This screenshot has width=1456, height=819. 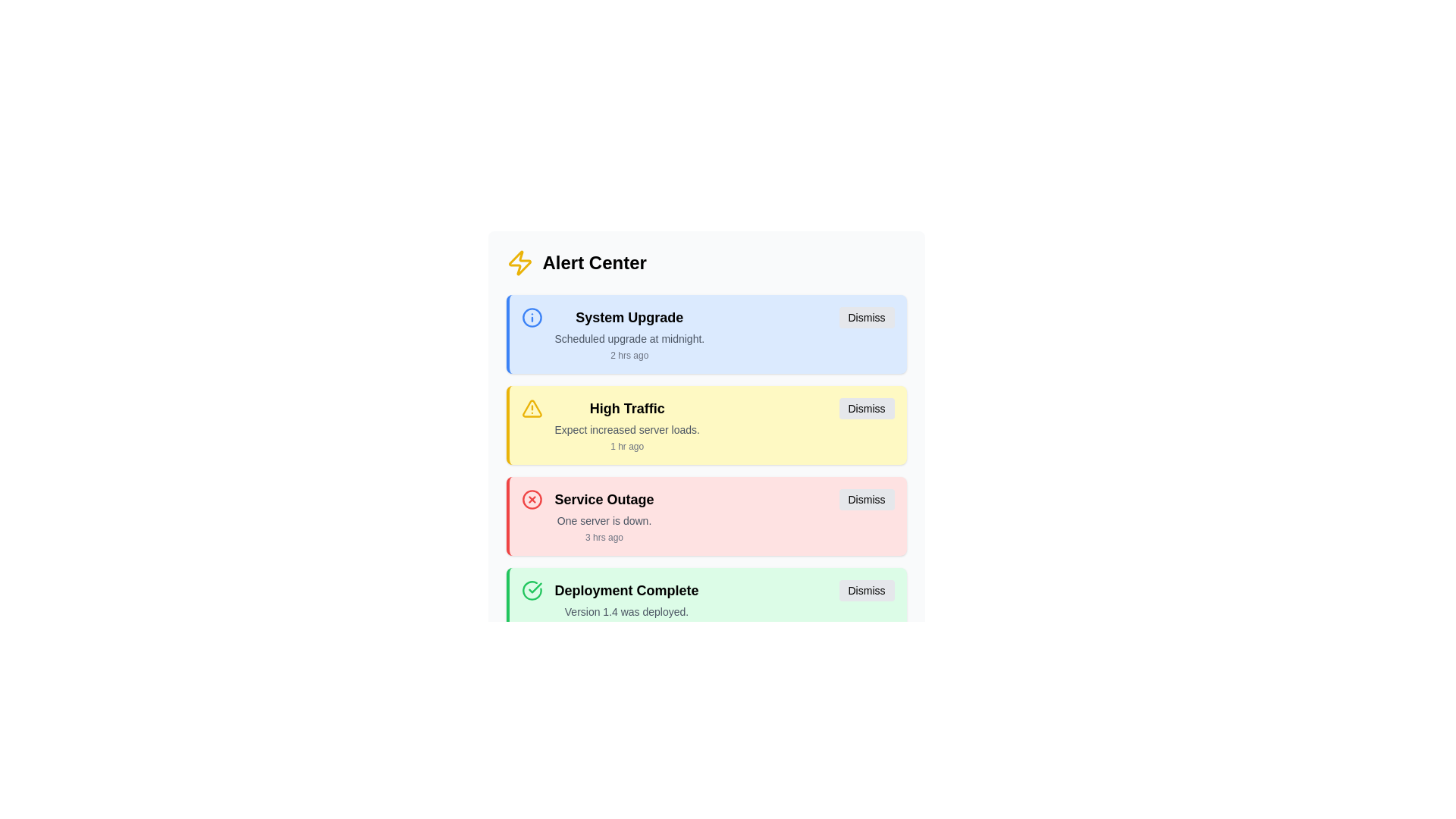 What do you see at coordinates (532, 408) in the screenshot?
I see `the alert details associated with the downward-pointing triangular icon with a yellow border located in the 'High Traffic' notification under the 'Alert Center' header` at bounding box center [532, 408].